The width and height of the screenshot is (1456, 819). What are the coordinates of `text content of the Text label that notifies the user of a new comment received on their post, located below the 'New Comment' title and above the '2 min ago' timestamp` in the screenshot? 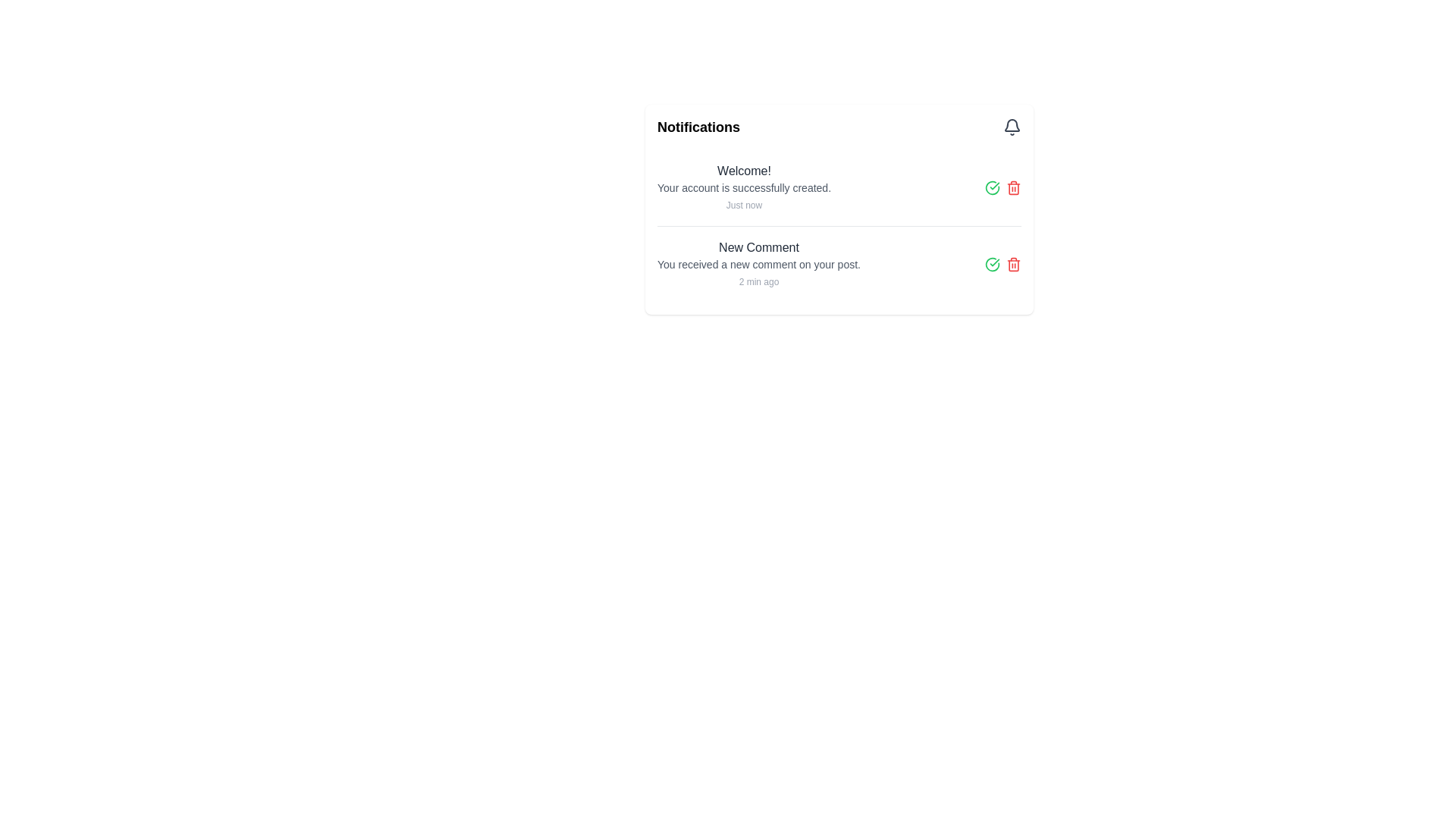 It's located at (758, 263).